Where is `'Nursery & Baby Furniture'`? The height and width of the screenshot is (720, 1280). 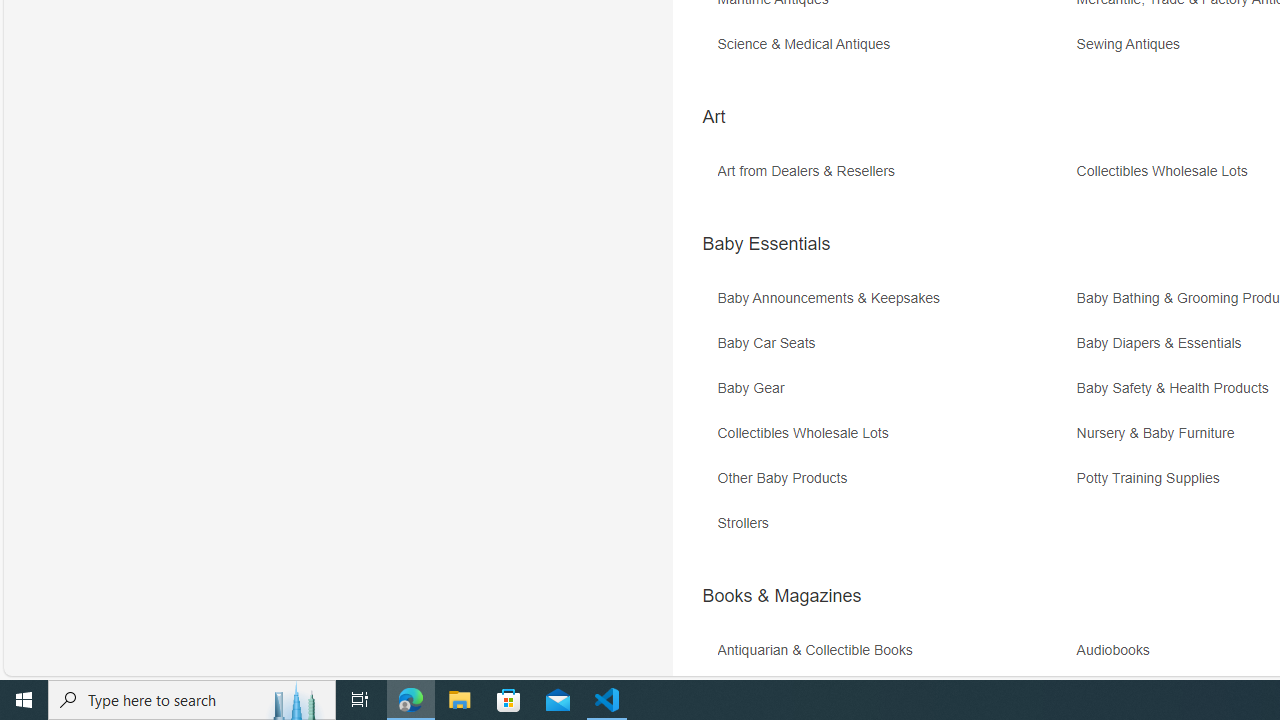 'Nursery & Baby Furniture' is located at coordinates (1160, 432).